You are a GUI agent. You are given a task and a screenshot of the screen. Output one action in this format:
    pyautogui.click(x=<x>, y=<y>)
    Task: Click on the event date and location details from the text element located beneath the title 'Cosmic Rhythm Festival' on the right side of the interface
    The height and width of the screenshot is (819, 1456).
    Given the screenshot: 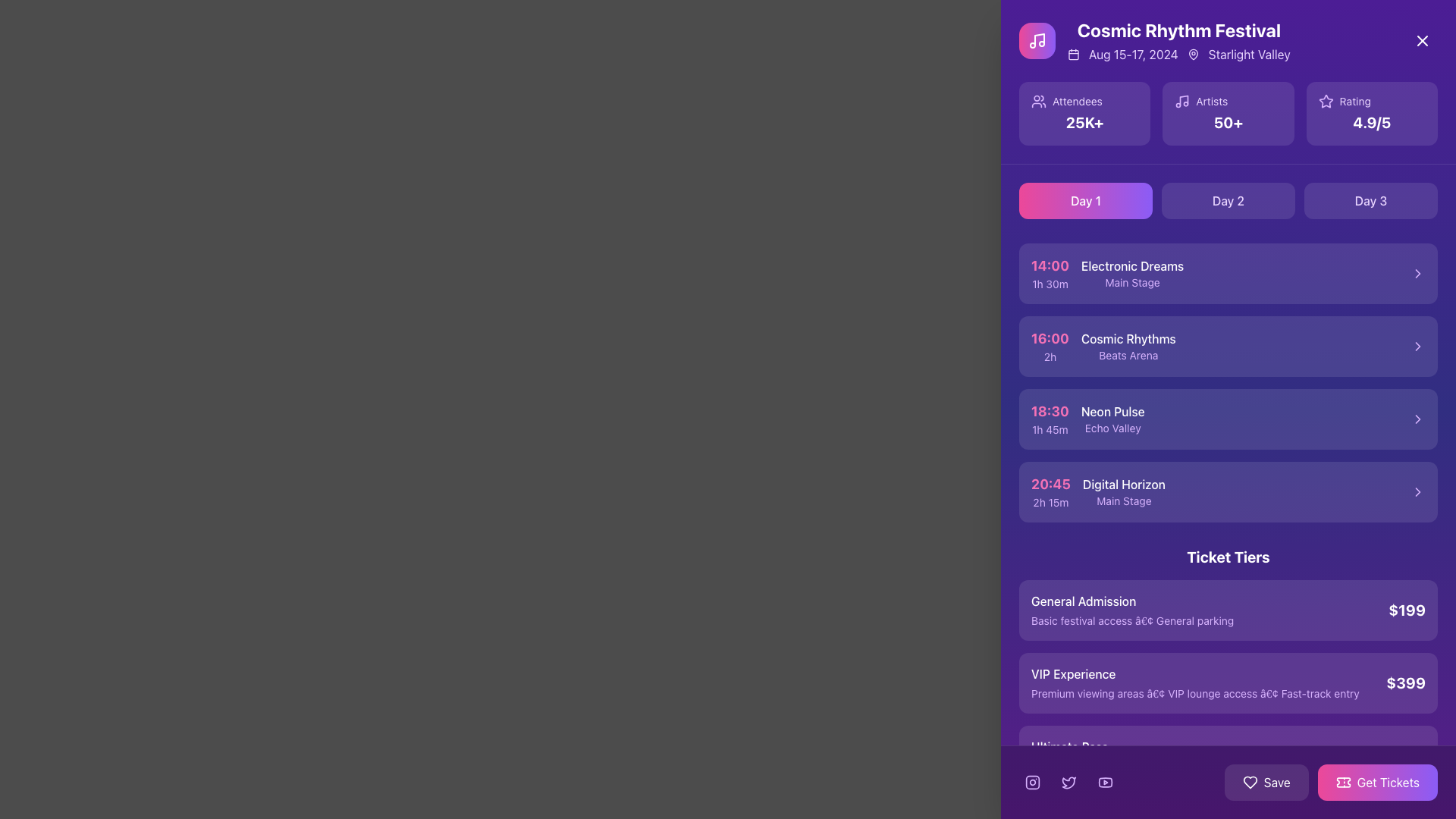 What is the action you would take?
    pyautogui.click(x=1178, y=54)
    